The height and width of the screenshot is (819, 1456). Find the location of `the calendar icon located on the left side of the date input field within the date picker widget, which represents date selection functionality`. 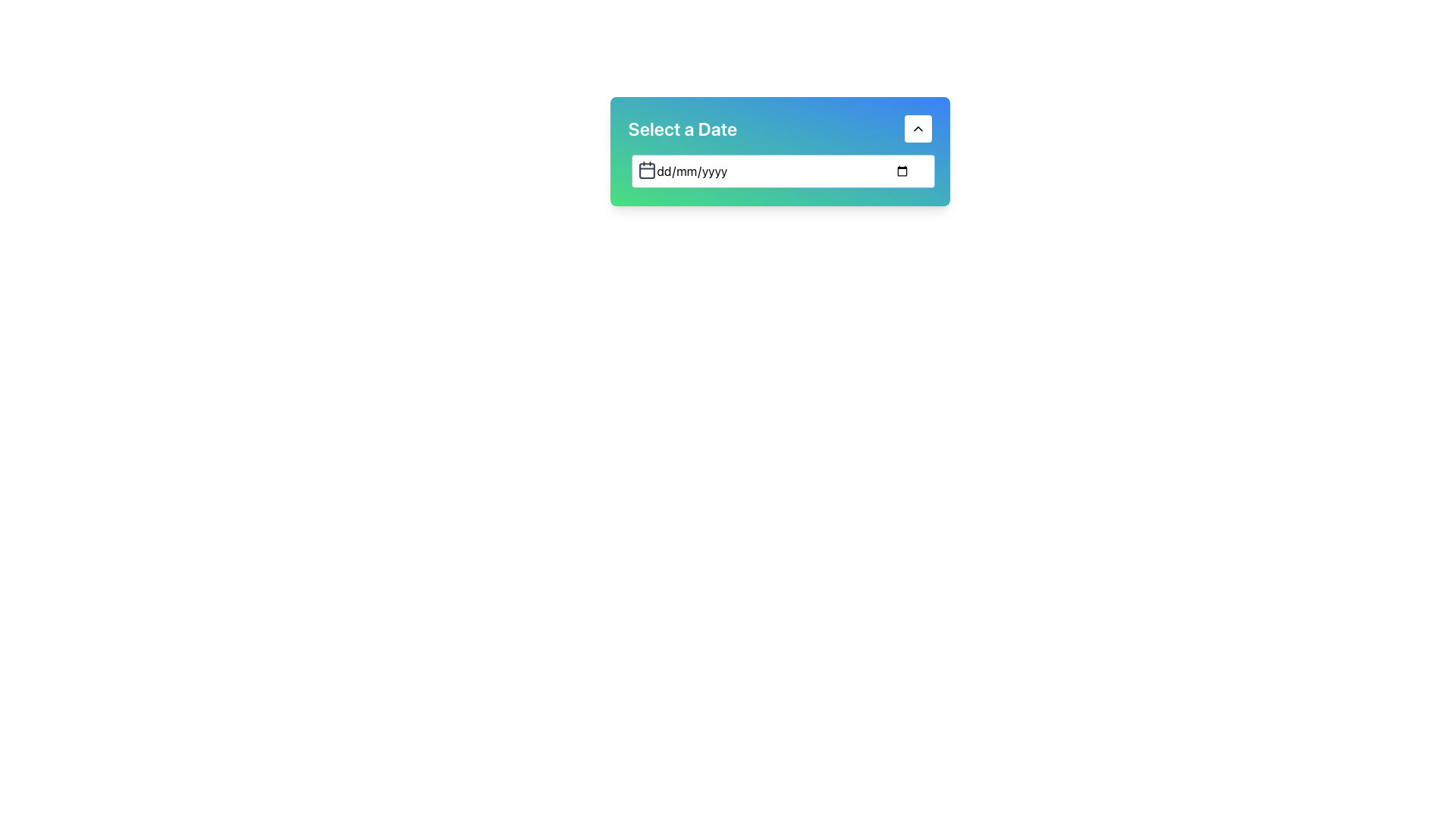

the calendar icon located on the left side of the date input field within the date picker widget, which represents date selection functionality is located at coordinates (647, 170).